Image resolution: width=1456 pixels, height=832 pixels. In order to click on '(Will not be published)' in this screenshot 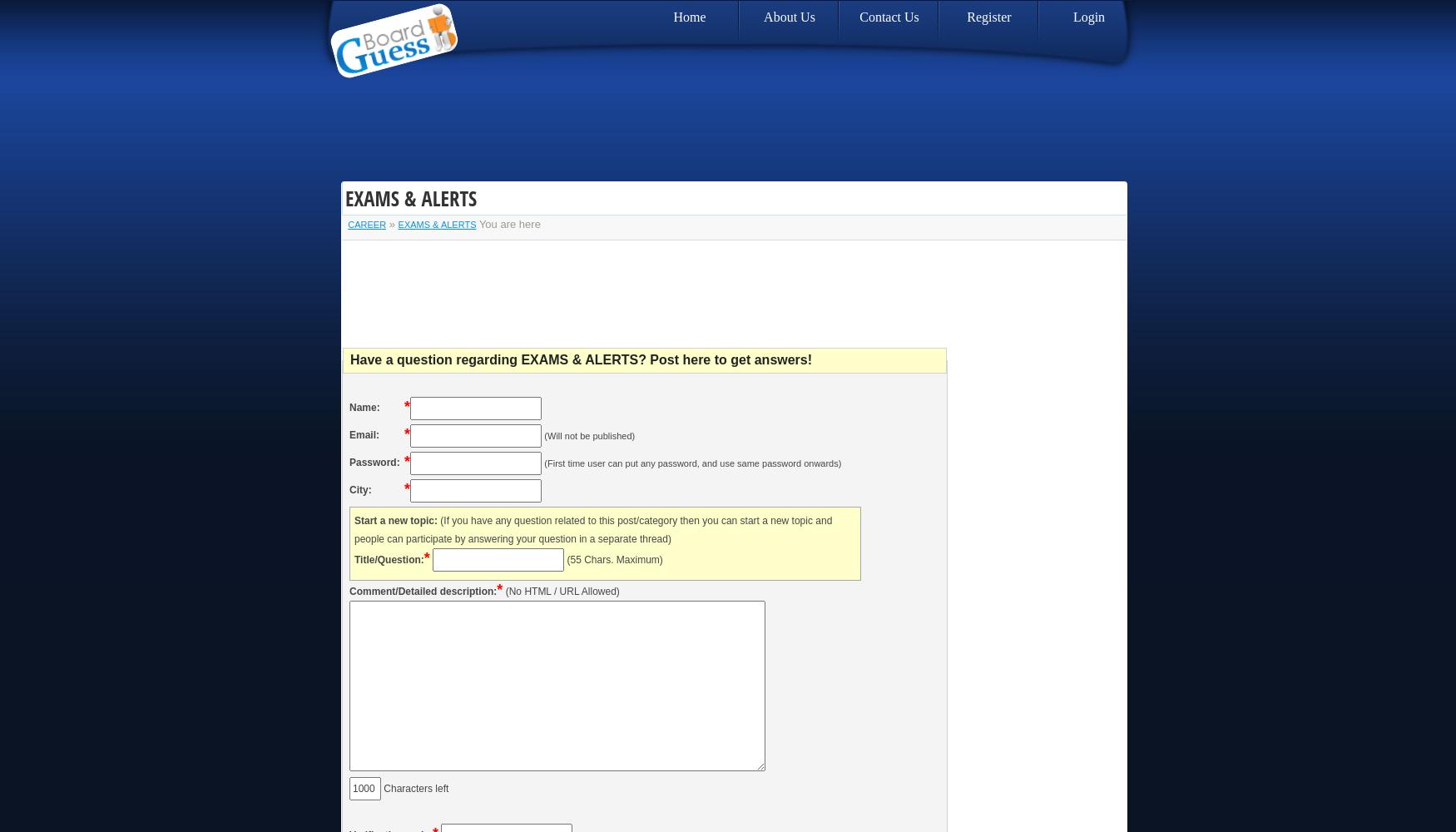, I will do `click(589, 435)`.